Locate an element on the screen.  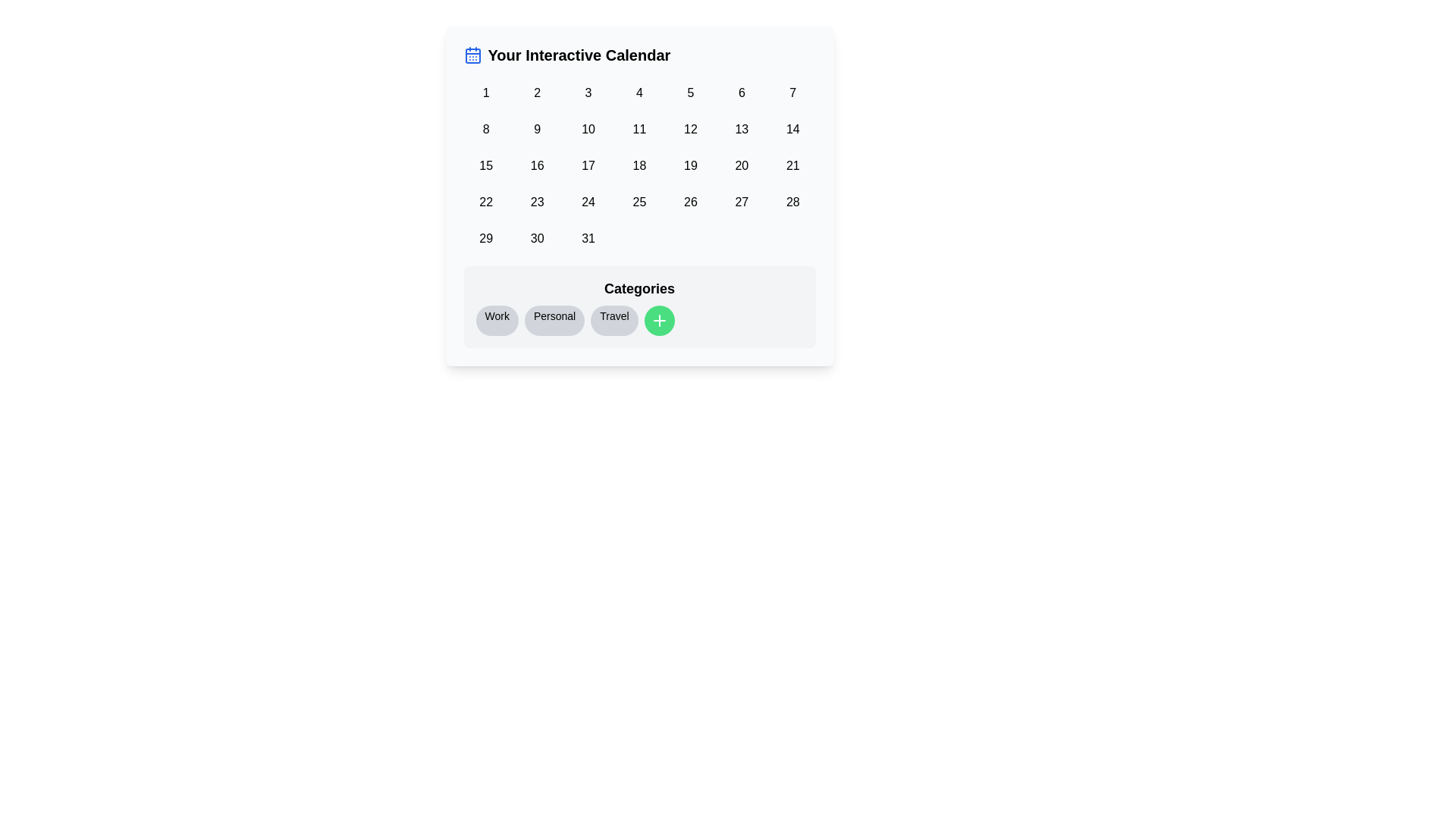
the day 20 button on the calendar interface is located at coordinates (742, 166).